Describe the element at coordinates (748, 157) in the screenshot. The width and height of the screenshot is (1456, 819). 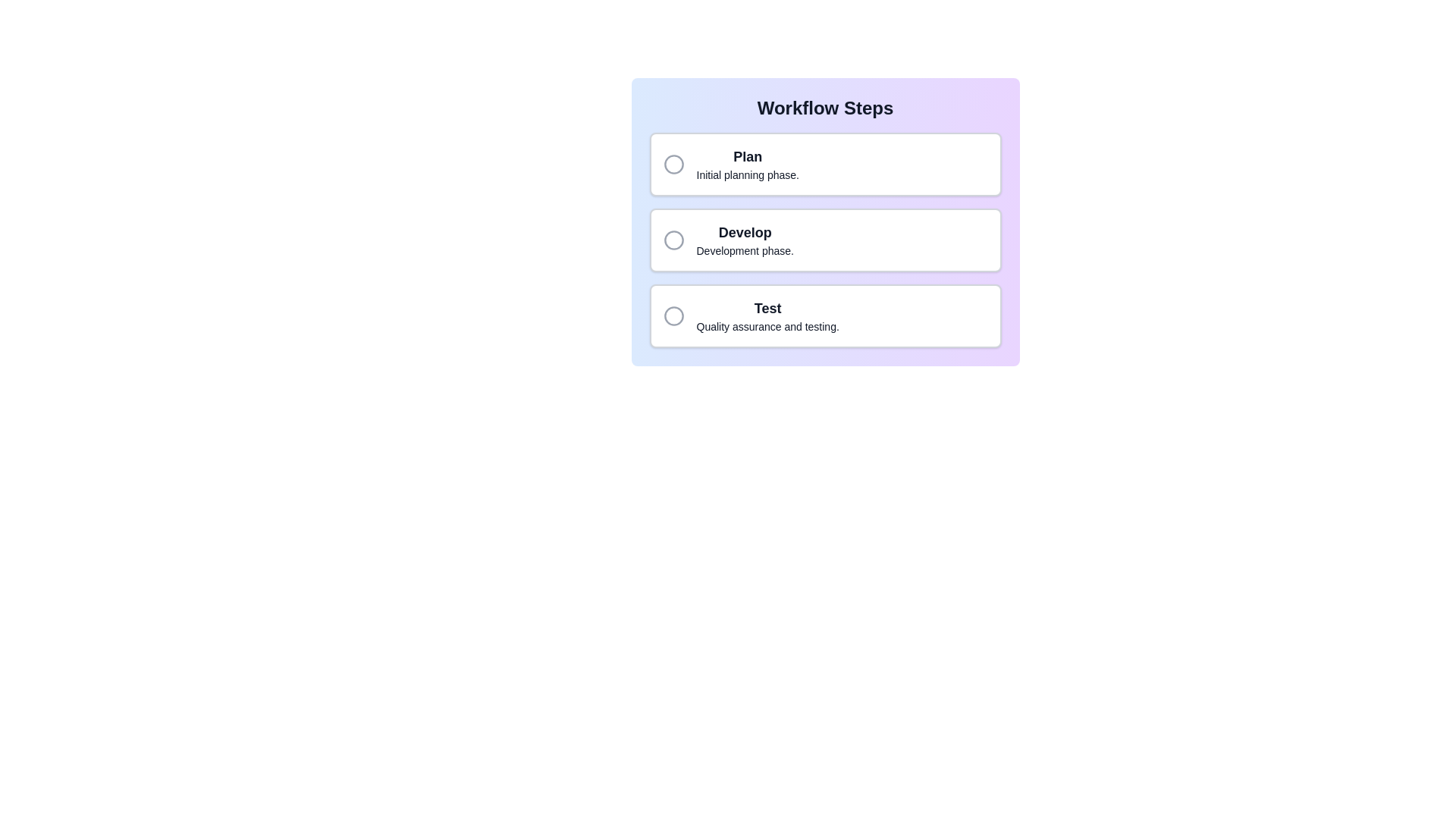
I see `text label displaying 'Plan' which is prominently positioned above 'Initial planning phase' in the first section of the workflow steps list` at that location.